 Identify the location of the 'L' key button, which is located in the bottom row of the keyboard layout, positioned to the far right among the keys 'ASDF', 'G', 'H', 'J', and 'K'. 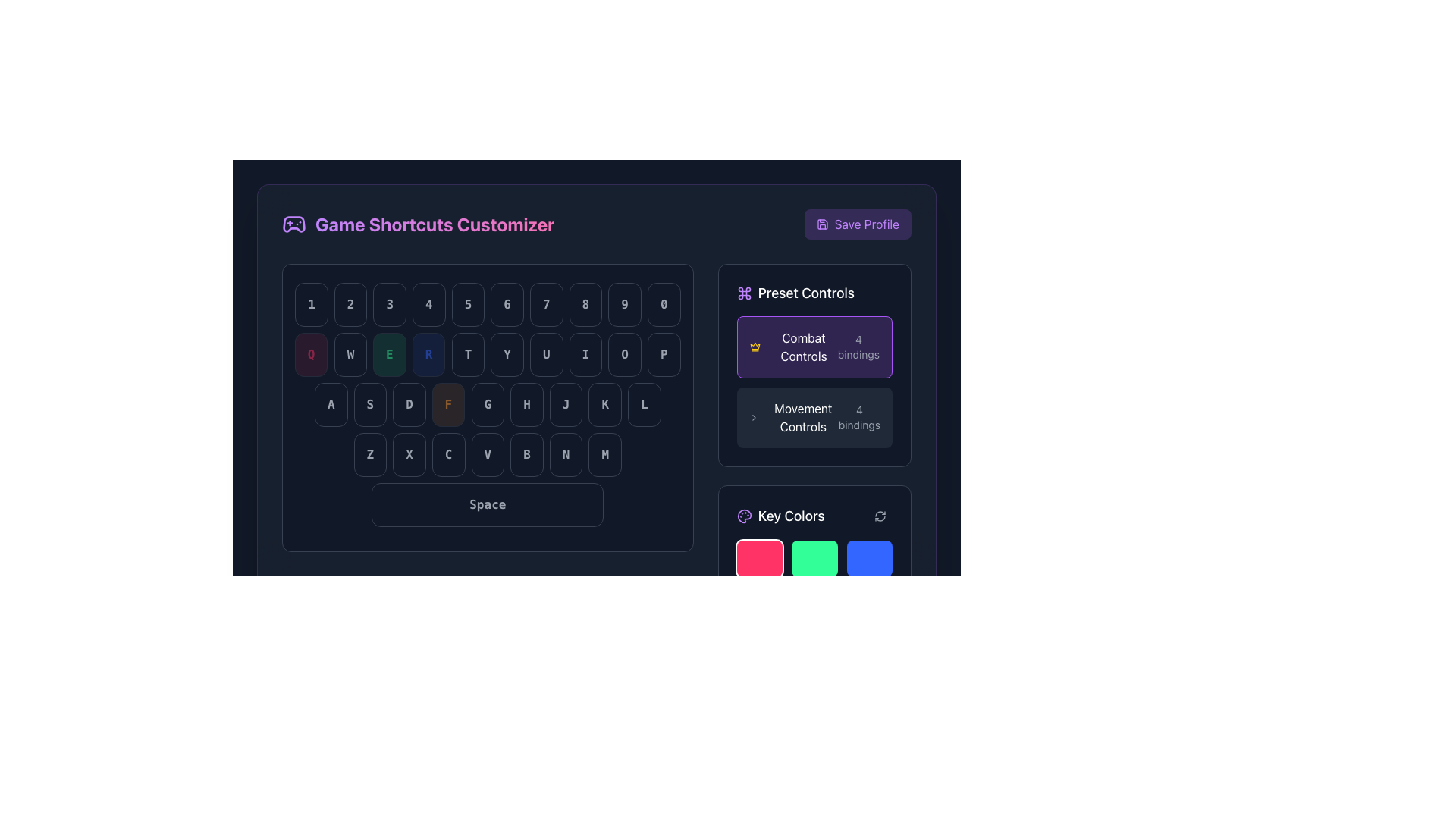
(644, 403).